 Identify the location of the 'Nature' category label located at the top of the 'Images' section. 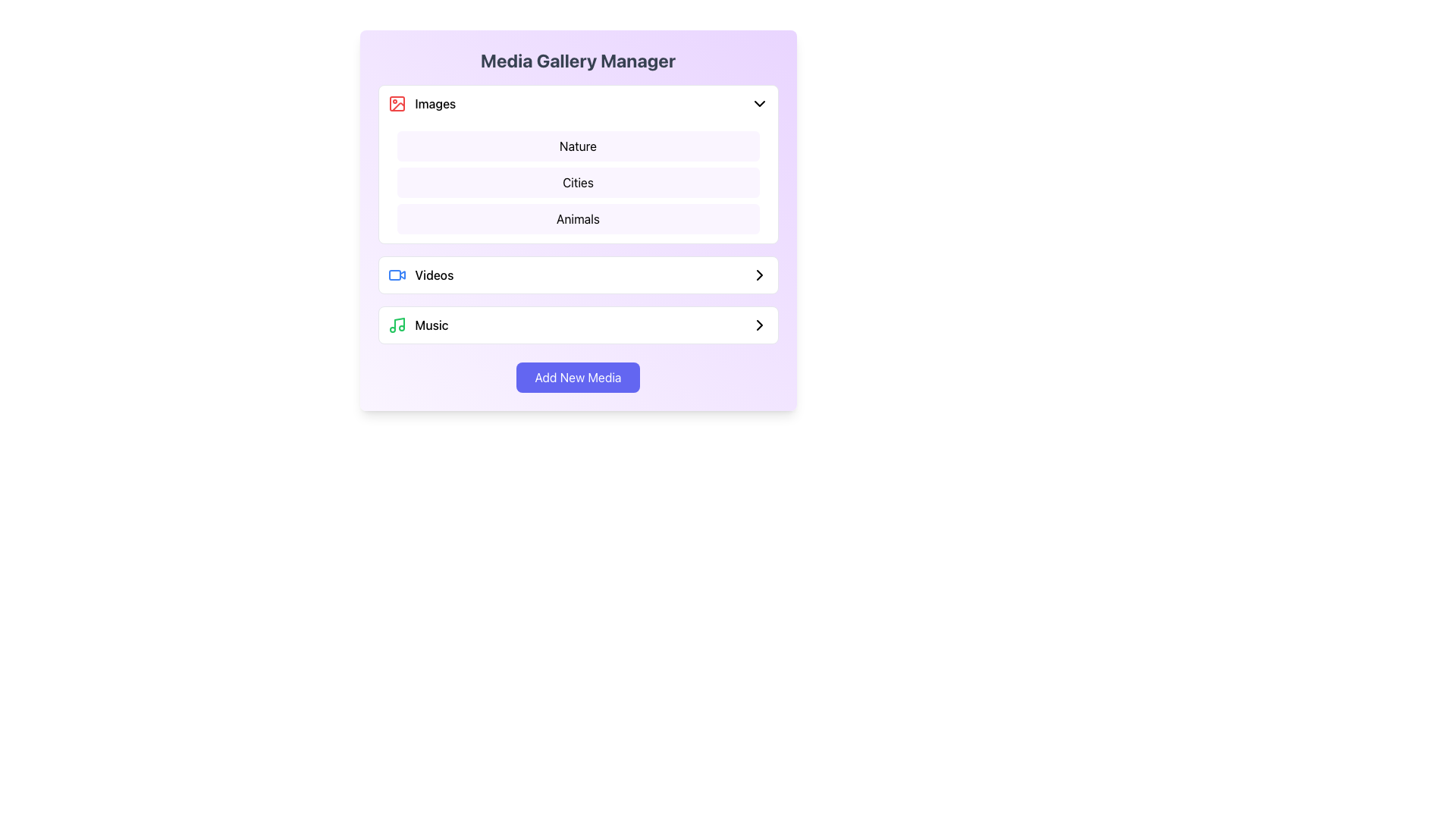
(577, 146).